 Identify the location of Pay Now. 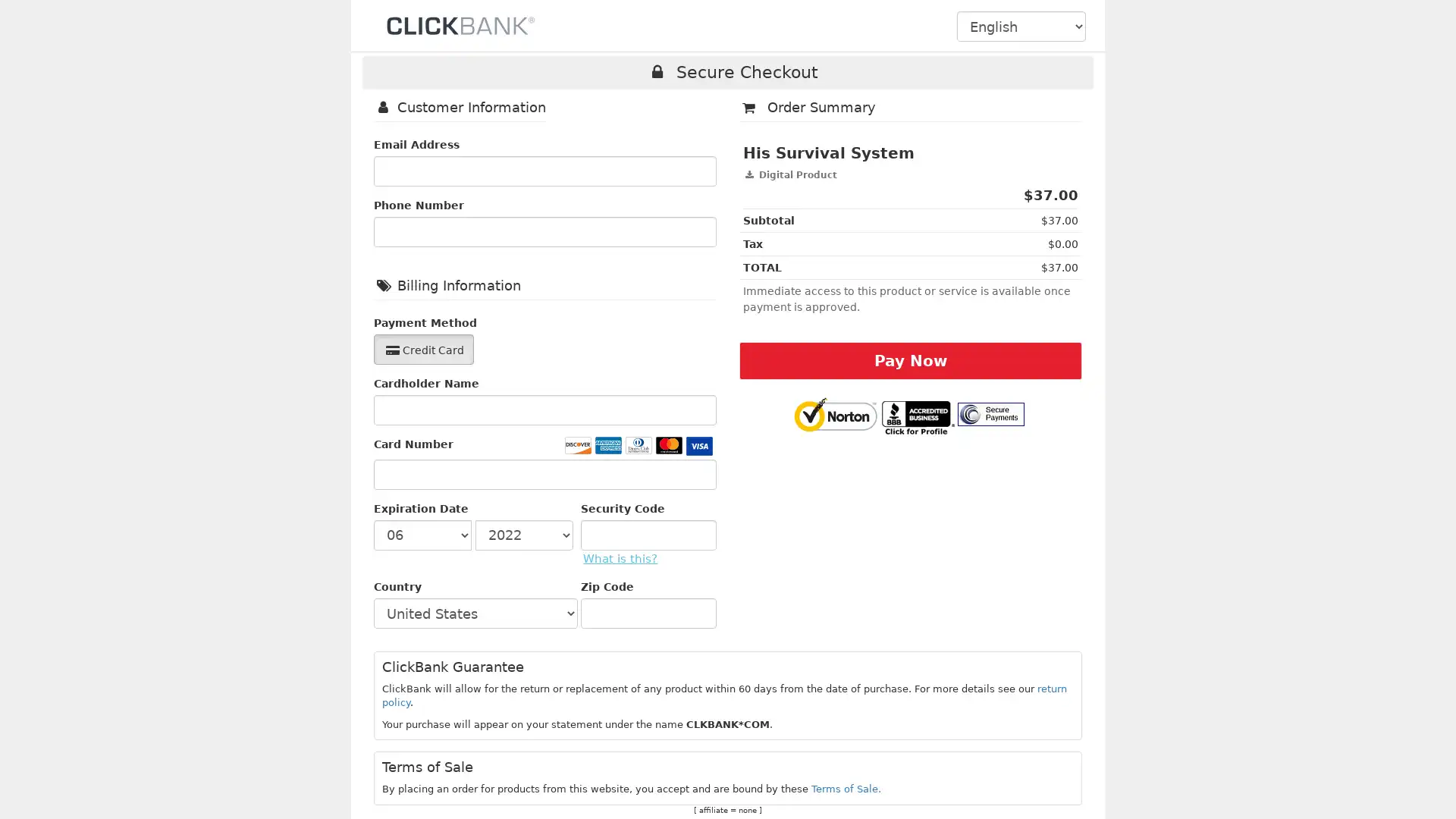
(910, 360).